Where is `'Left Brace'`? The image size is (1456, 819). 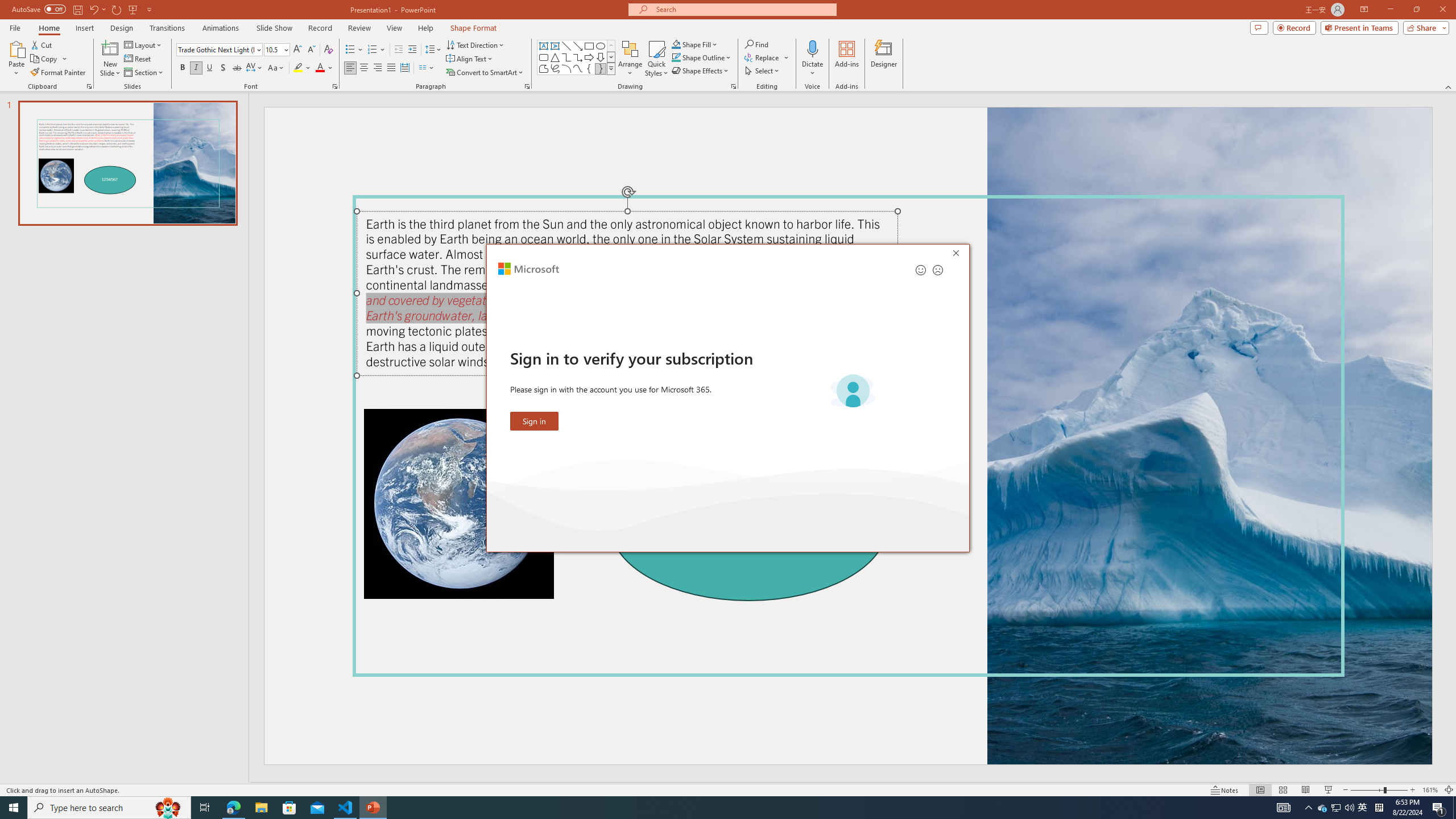 'Left Brace' is located at coordinates (589, 68).